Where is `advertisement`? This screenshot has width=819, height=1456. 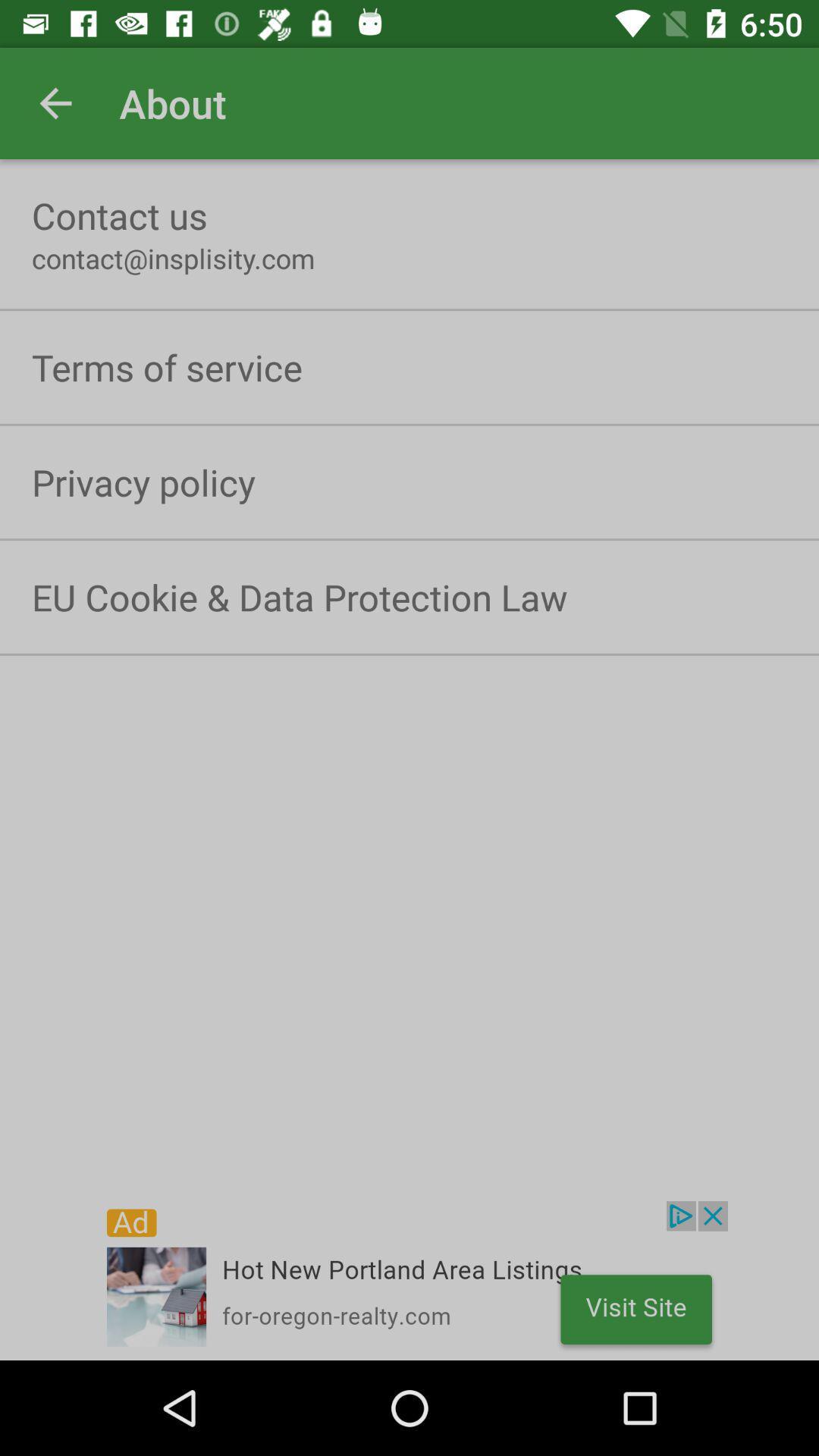 advertisement is located at coordinates (409, 1280).